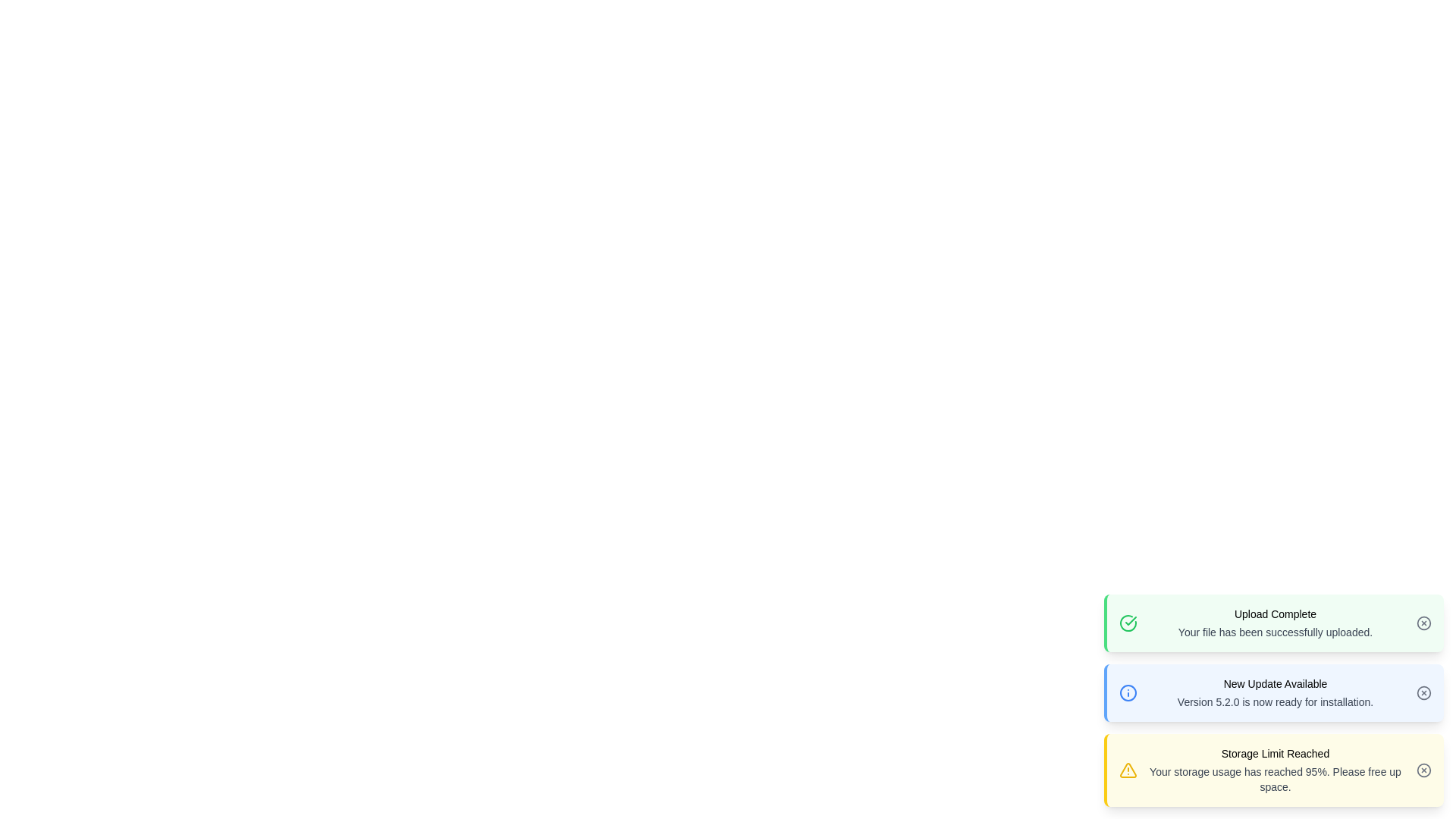 The height and width of the screenshot is (819, 1456). I want to click on the Circle graphical component used as a dismiss button within the 'Storage Limit Reached' notification card, located at the bottom-right corner of the interface, so click(1423, 770).